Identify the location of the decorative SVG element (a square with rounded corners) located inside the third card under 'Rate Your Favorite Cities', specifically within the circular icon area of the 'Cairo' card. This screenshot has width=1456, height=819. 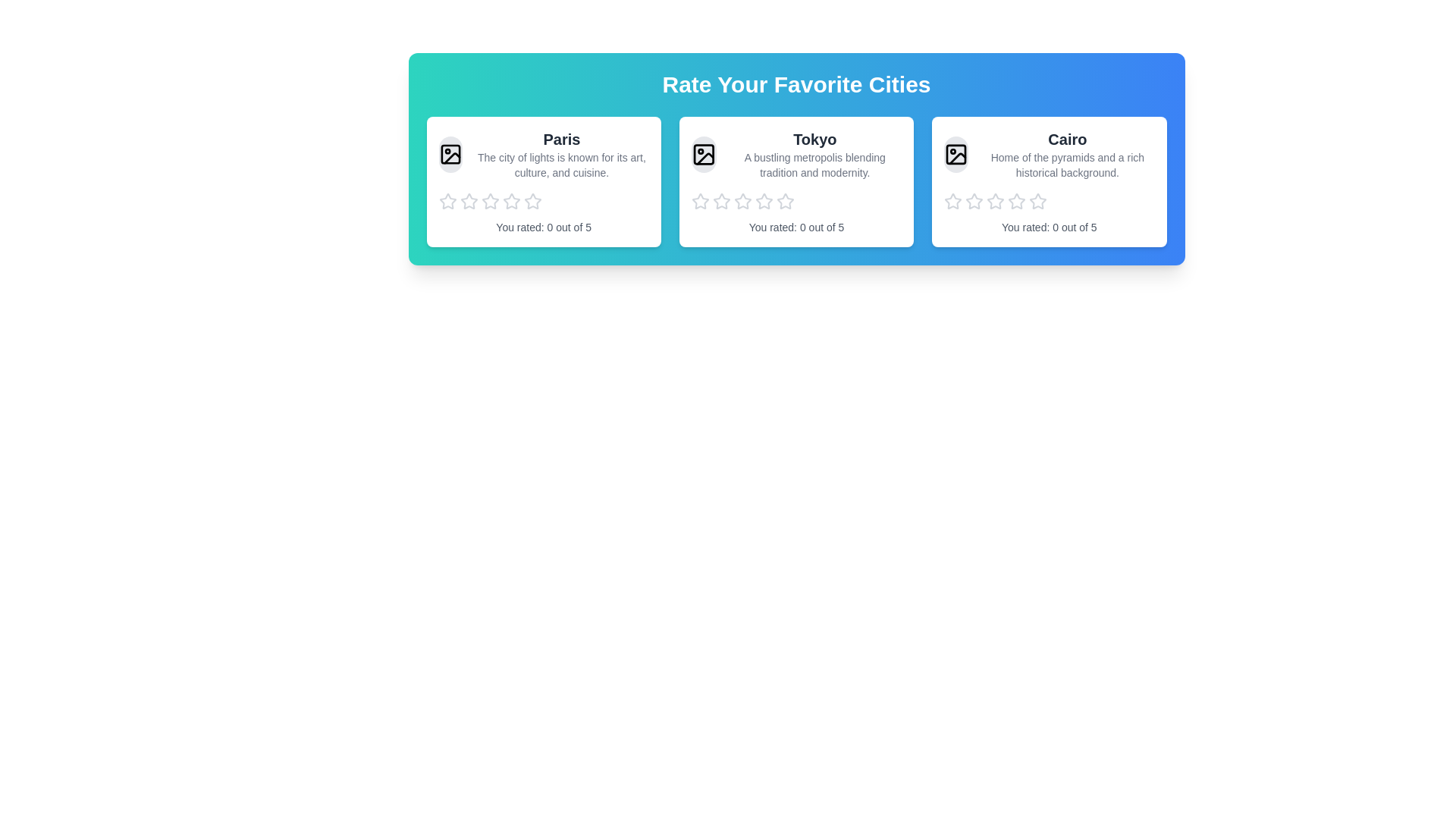
(955, 155).